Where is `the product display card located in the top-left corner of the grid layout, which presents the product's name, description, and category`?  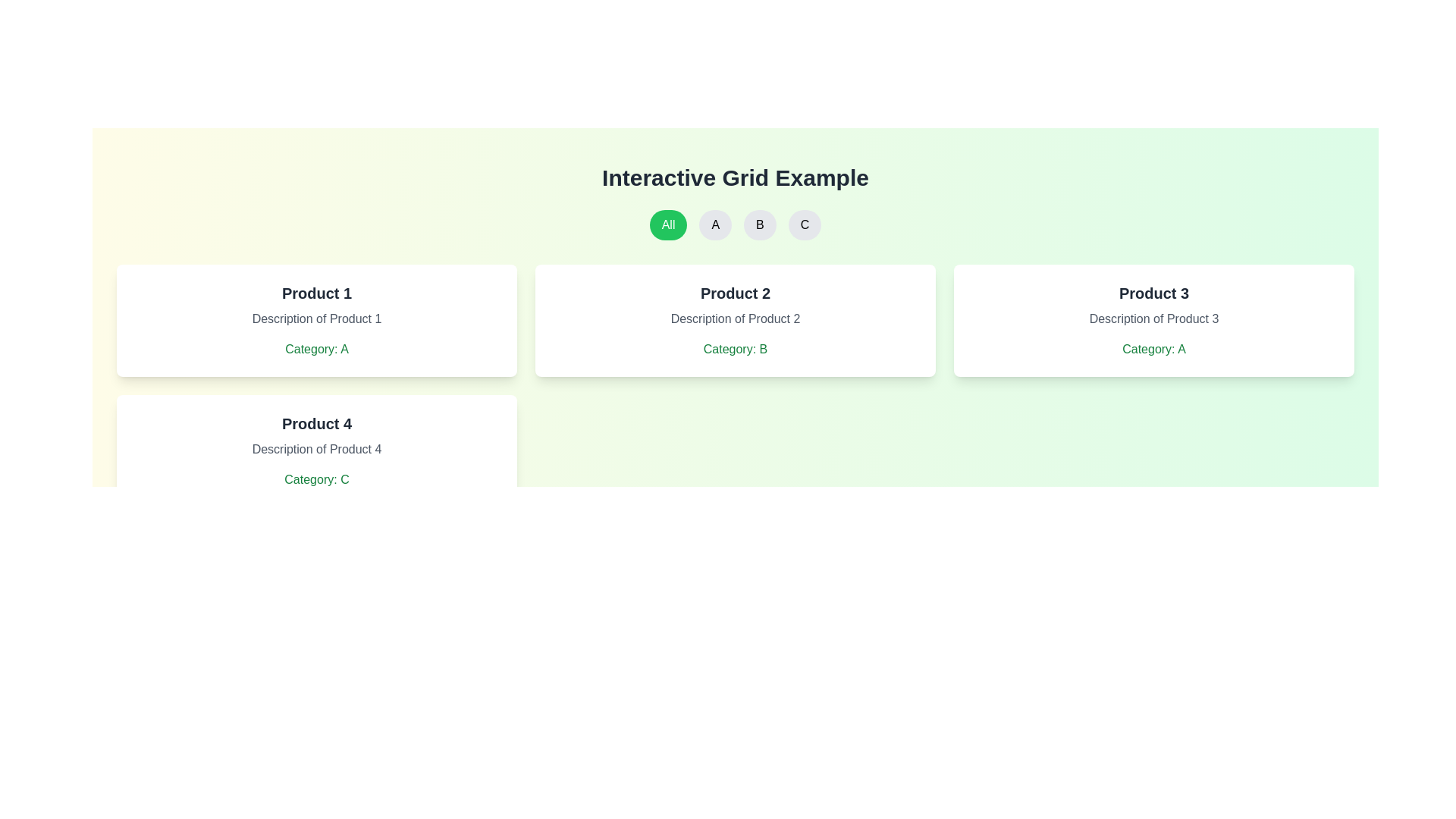
the product display card located in the top-left corner of the grid layout, which presents the product's name, description, and category is located at coordinates (315, 320).